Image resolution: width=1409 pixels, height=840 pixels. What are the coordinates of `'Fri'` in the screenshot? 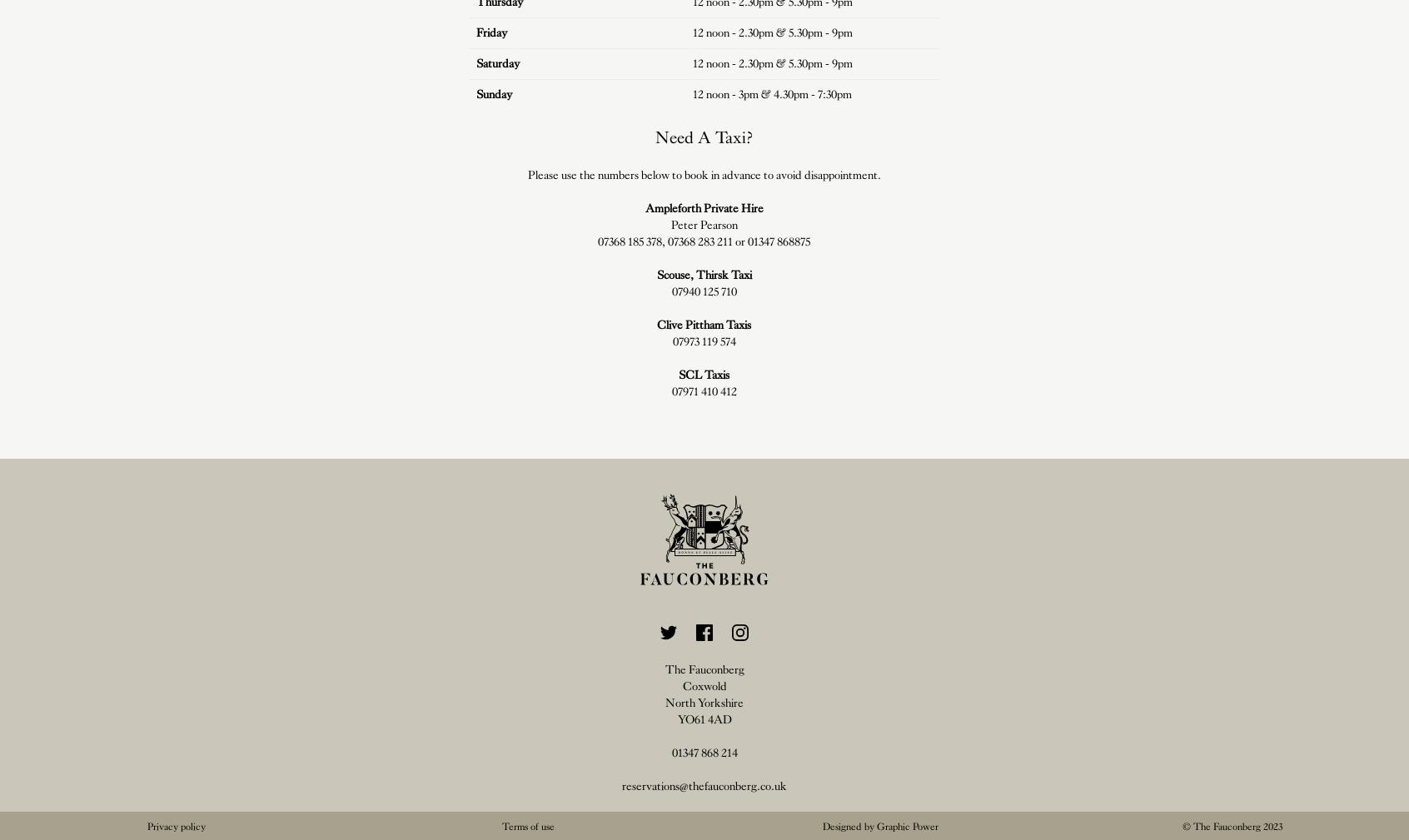 It's located at (481, 32).